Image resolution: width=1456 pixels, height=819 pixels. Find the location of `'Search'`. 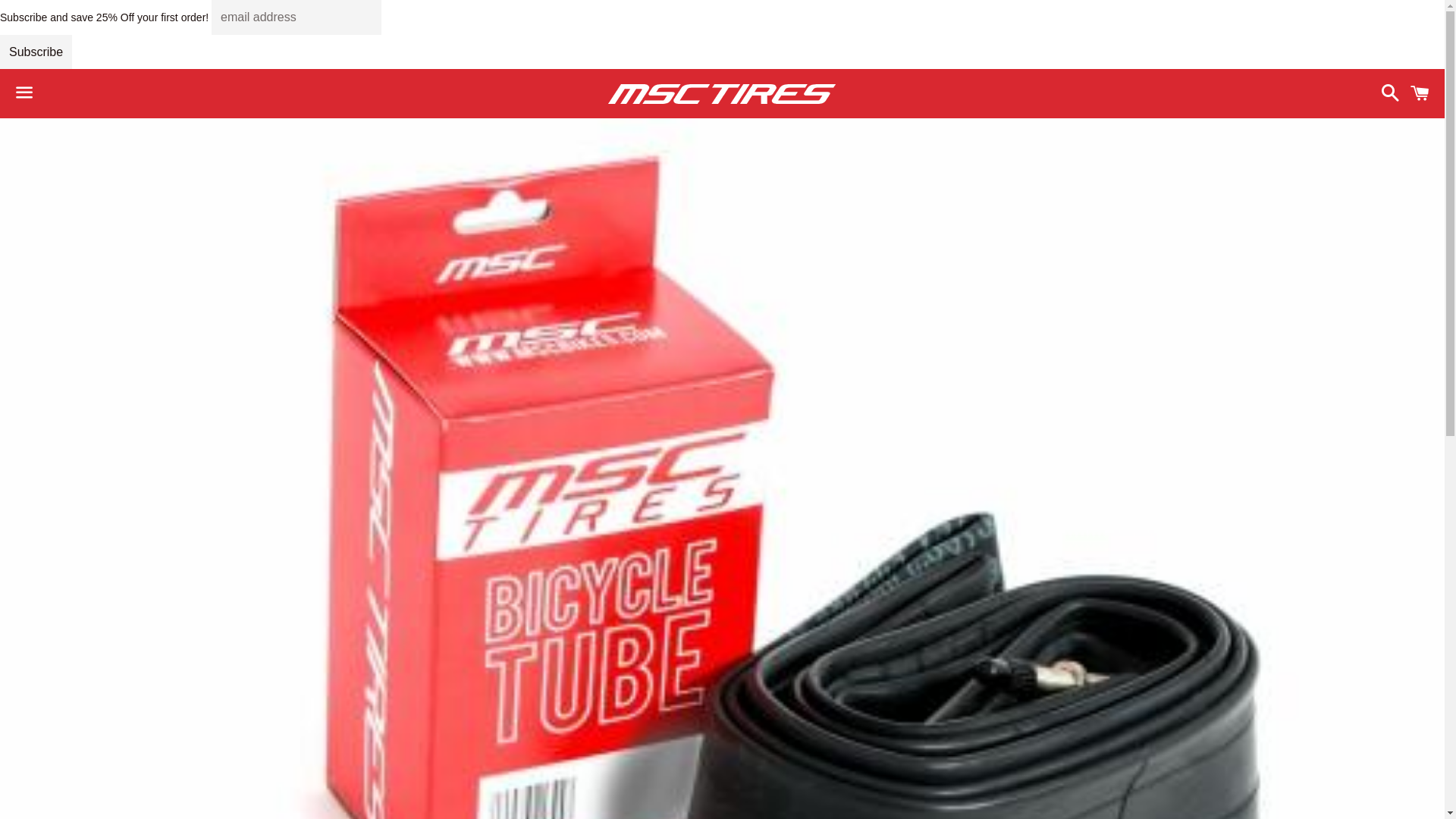

'Search' is located at coordinates (1386, 93).